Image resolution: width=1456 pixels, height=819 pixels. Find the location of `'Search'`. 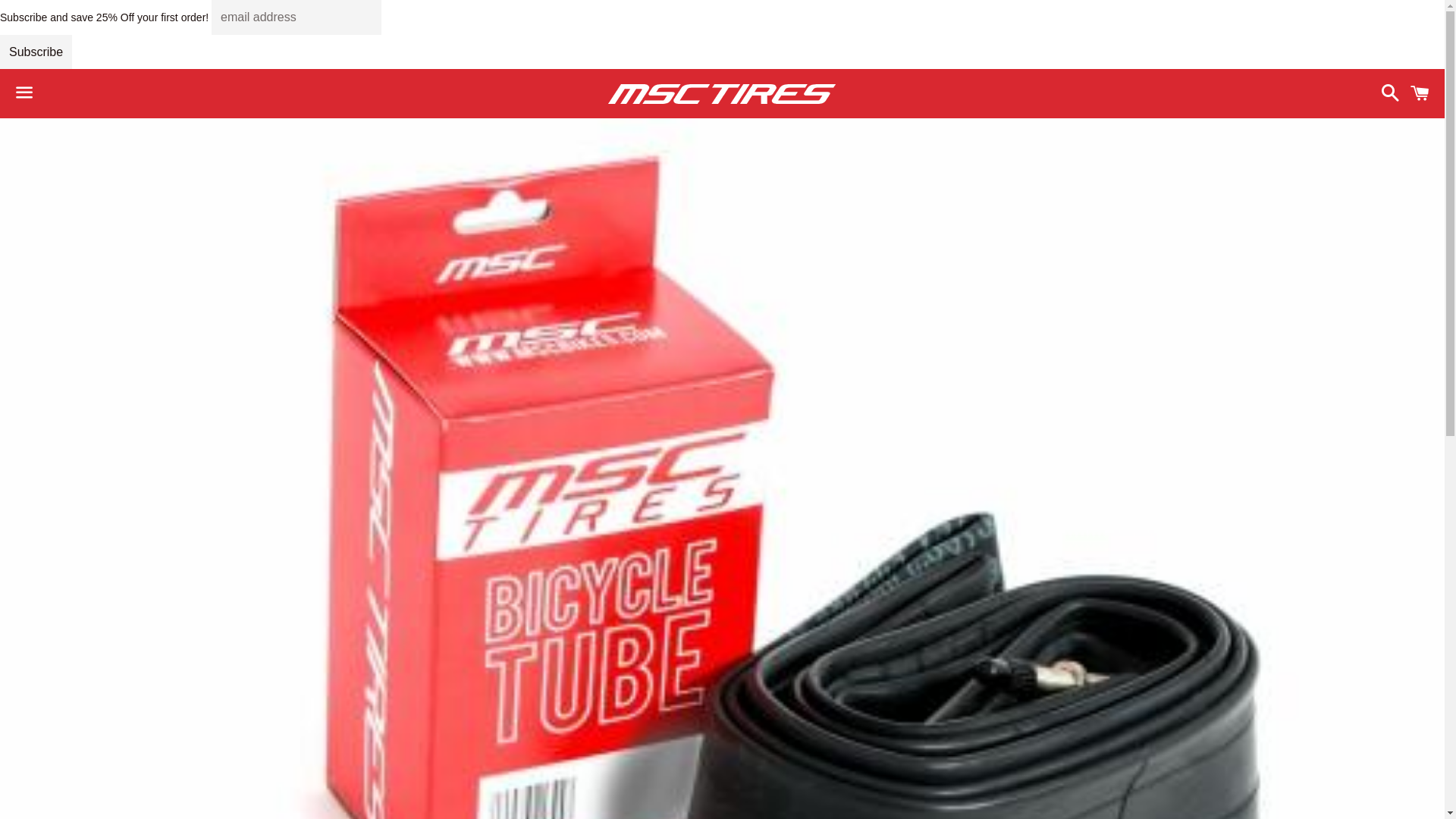

'Search' is located at coordinates (1386, 93).